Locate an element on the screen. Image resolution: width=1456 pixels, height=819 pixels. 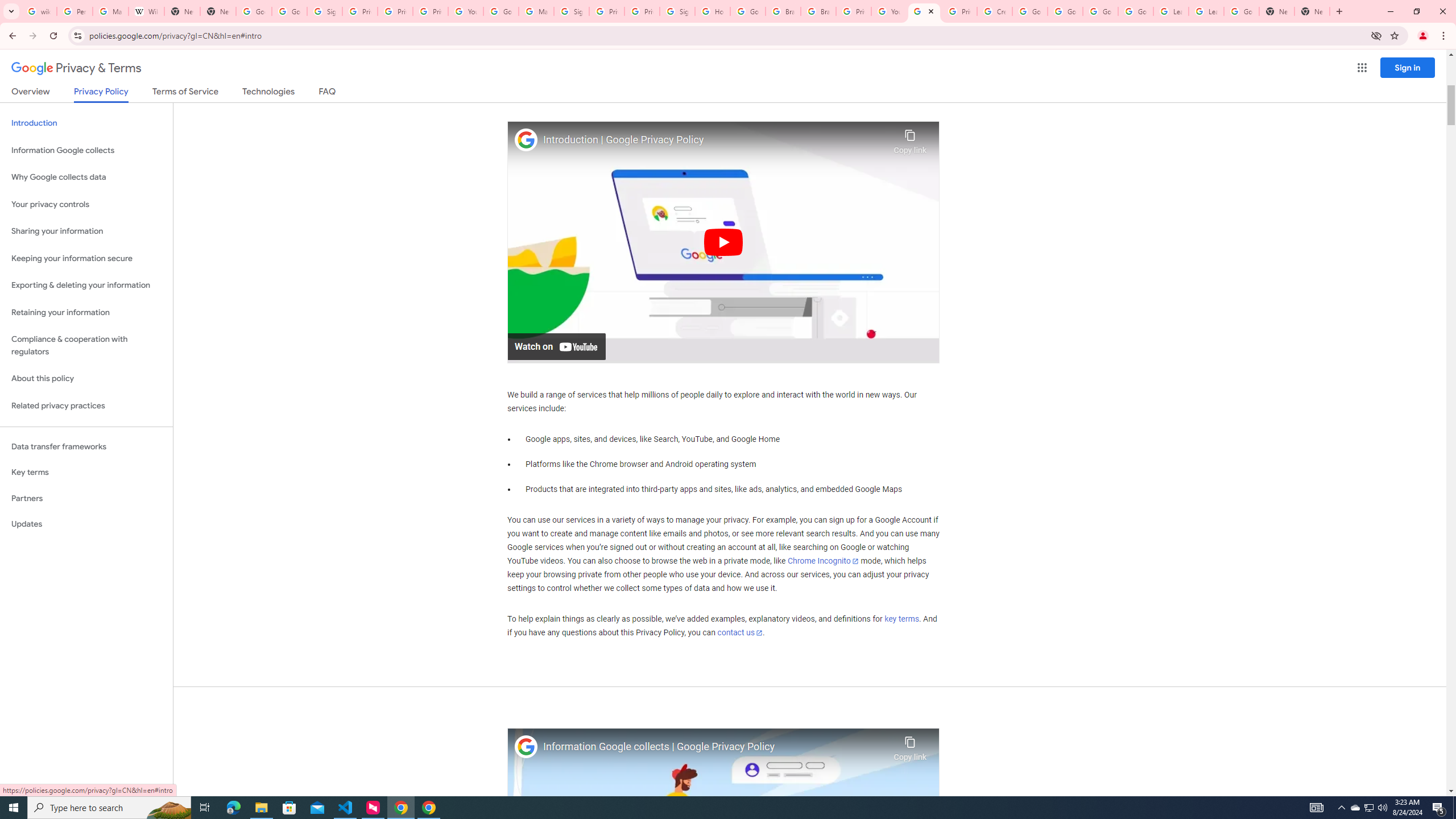
'Photo image of Google' is located at coordinates (526, 747).